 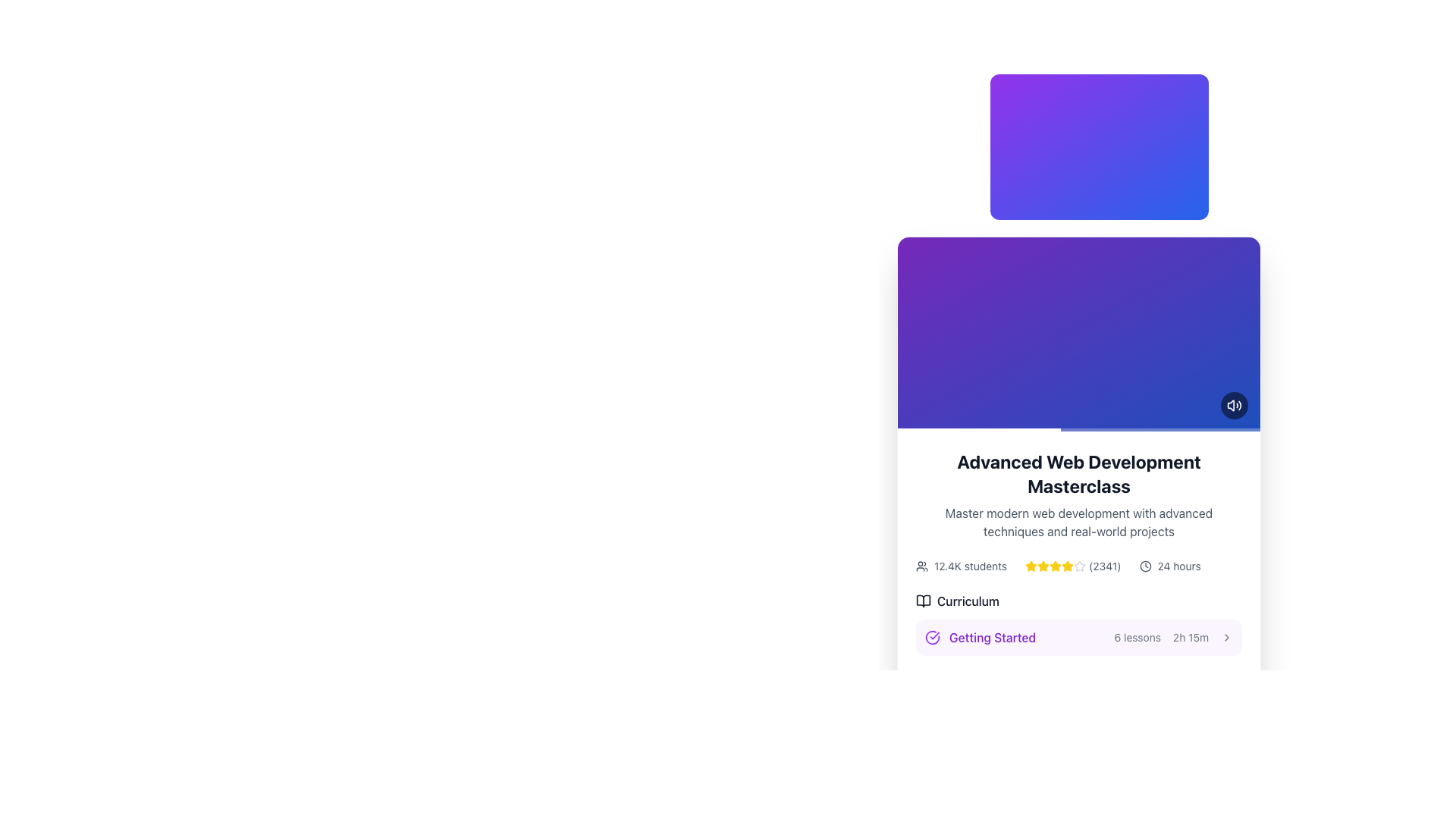 What do you see at coordinates (1078, 637) in the screenshot?
I see `the 'Getting Started' button located at the top of the curriculum section` at bounding box center [1078, 637].